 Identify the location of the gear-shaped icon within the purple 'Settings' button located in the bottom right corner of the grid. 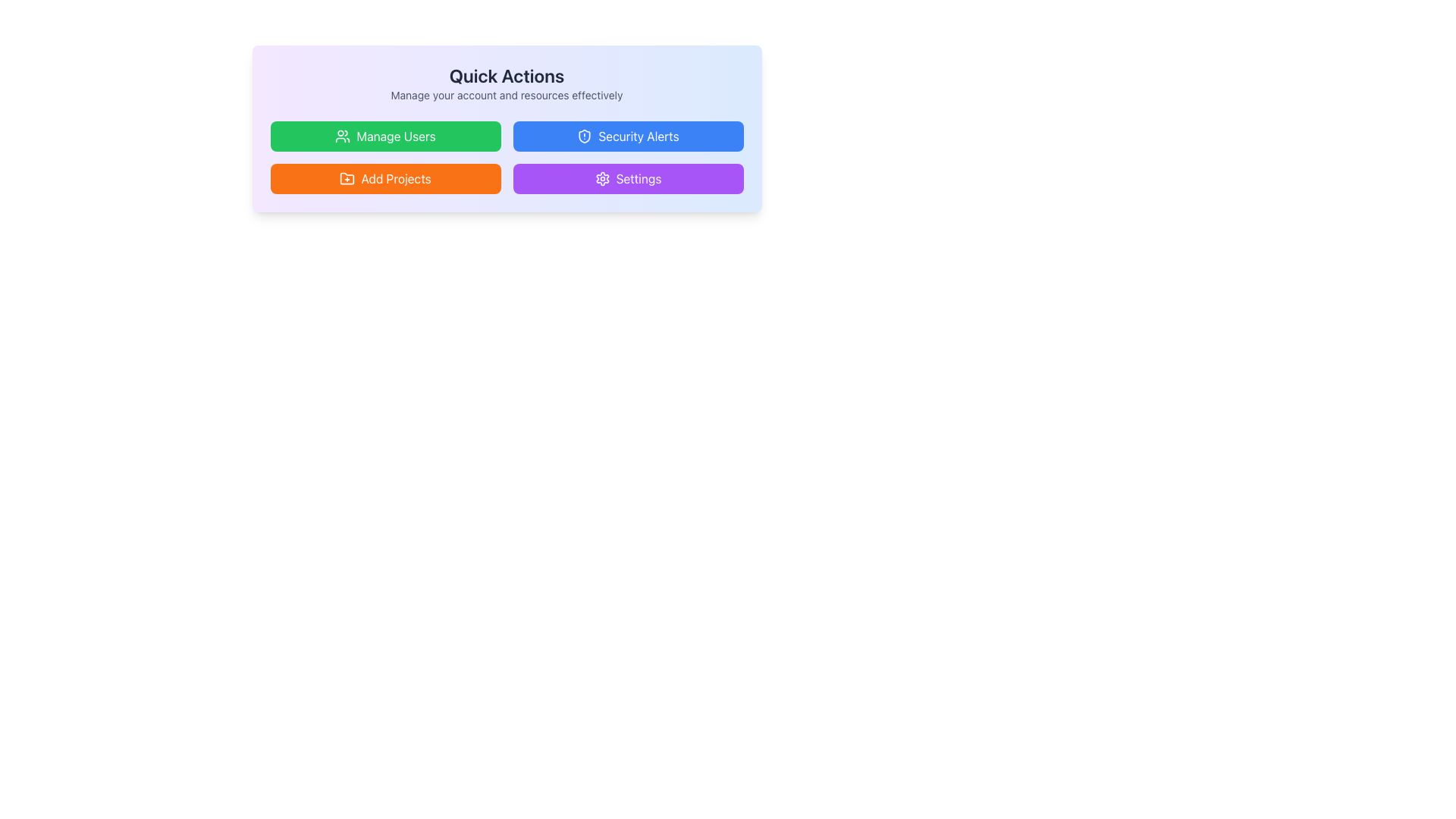
(601, 177).